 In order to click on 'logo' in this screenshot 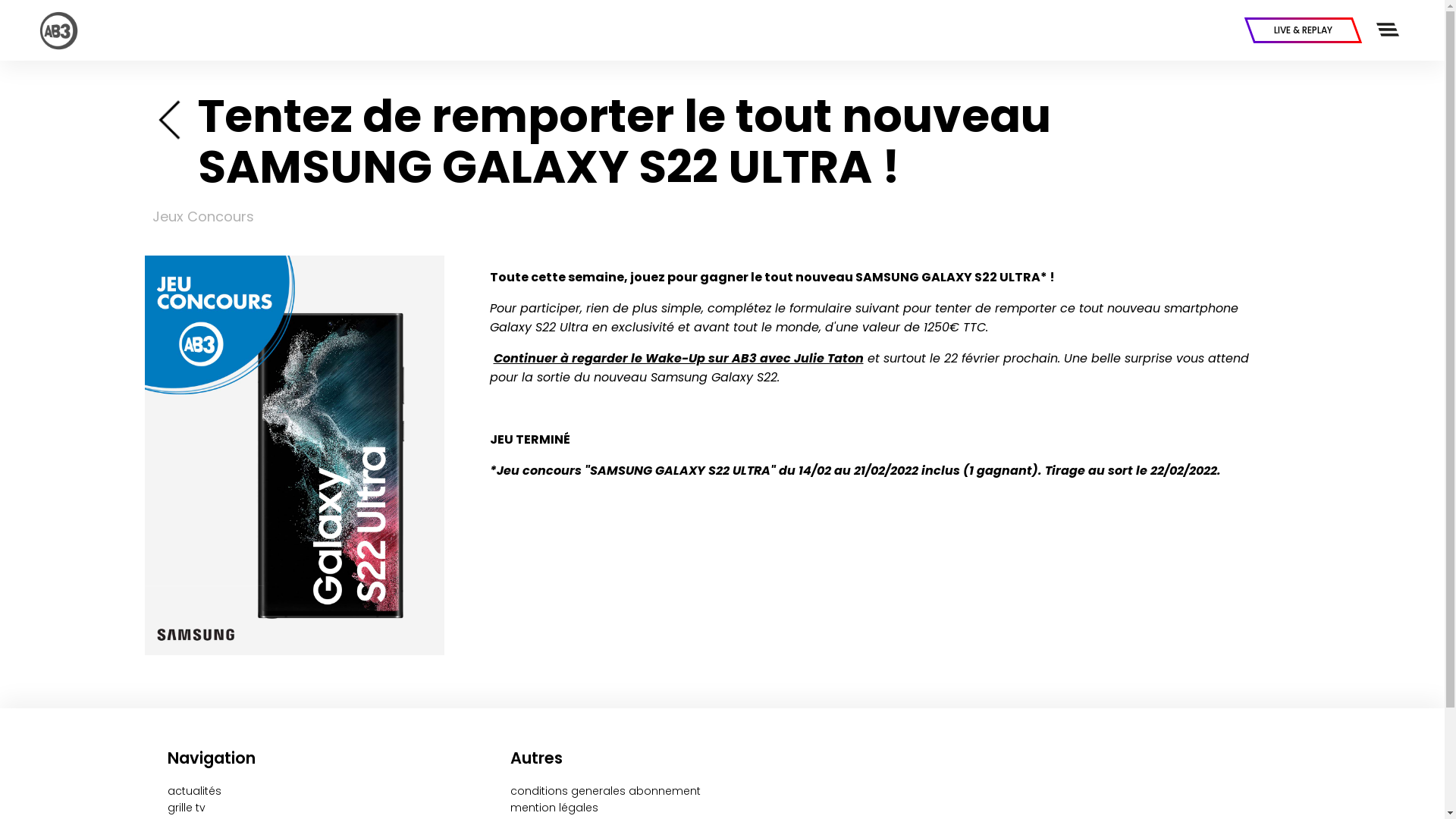, I will do `click(37, 30)`.